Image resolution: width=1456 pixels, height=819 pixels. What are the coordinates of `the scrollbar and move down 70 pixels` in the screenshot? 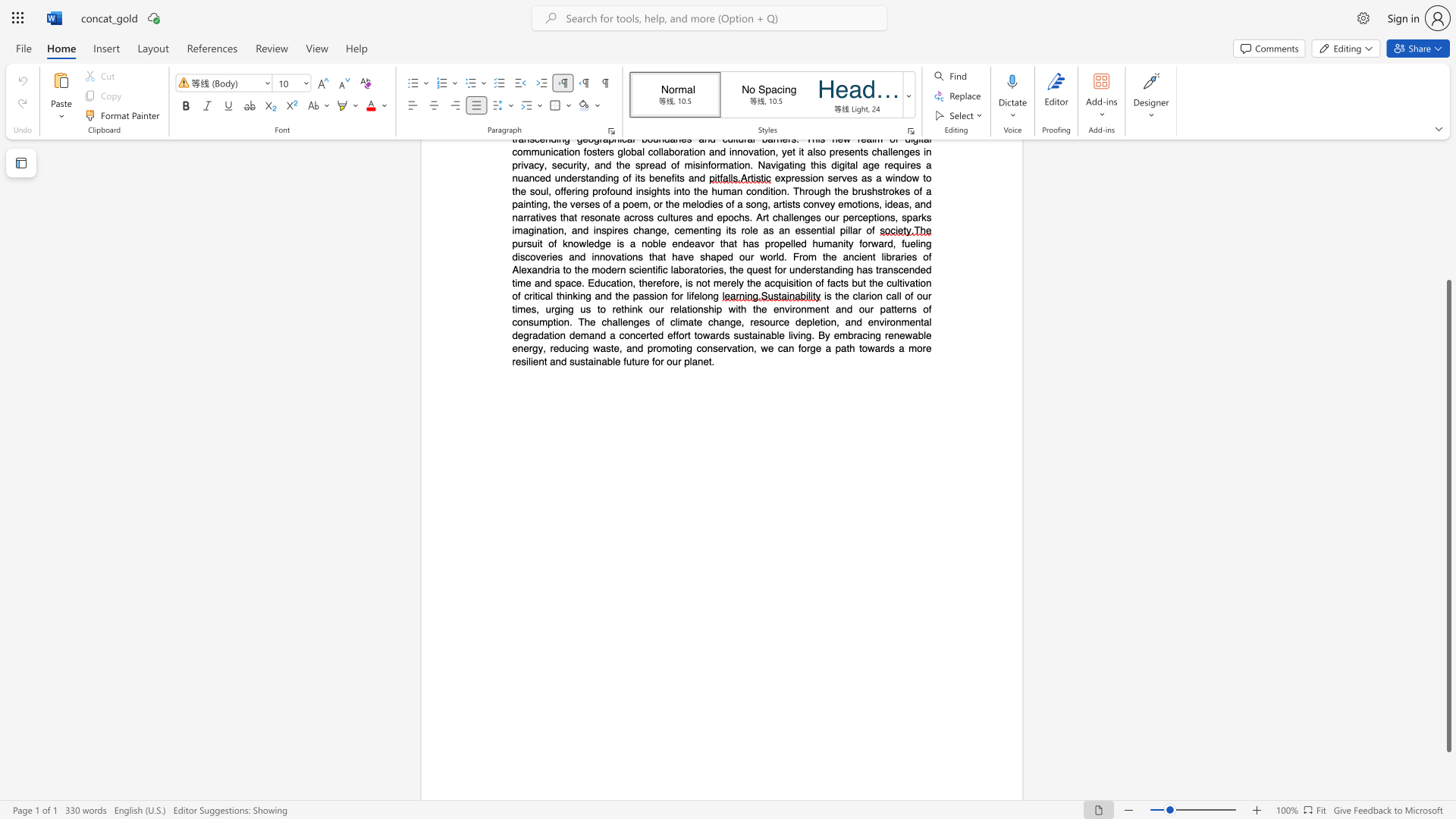 It's located at (1448, 515).